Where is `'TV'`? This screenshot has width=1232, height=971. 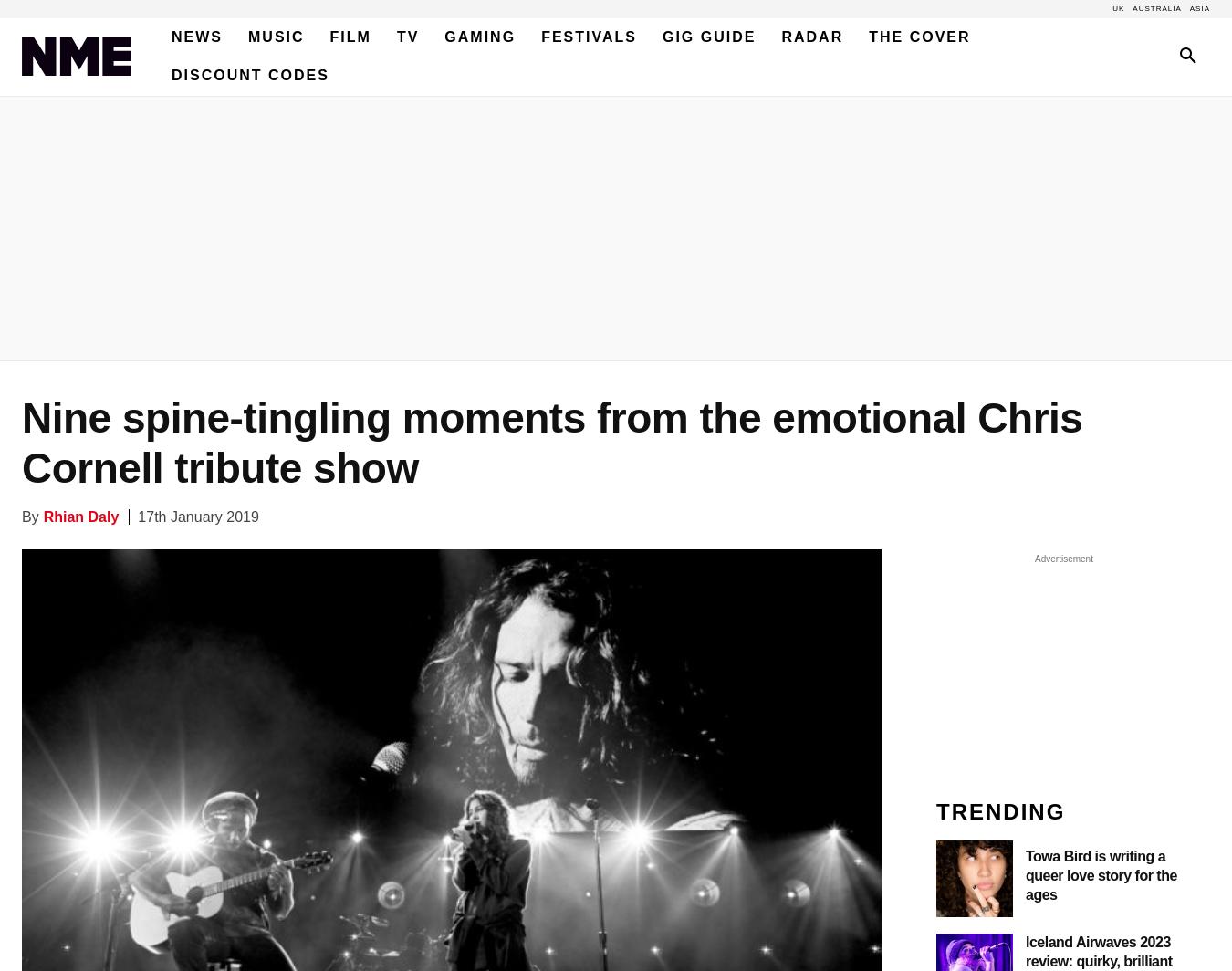
'TV' is located at coordinates (396, 37).